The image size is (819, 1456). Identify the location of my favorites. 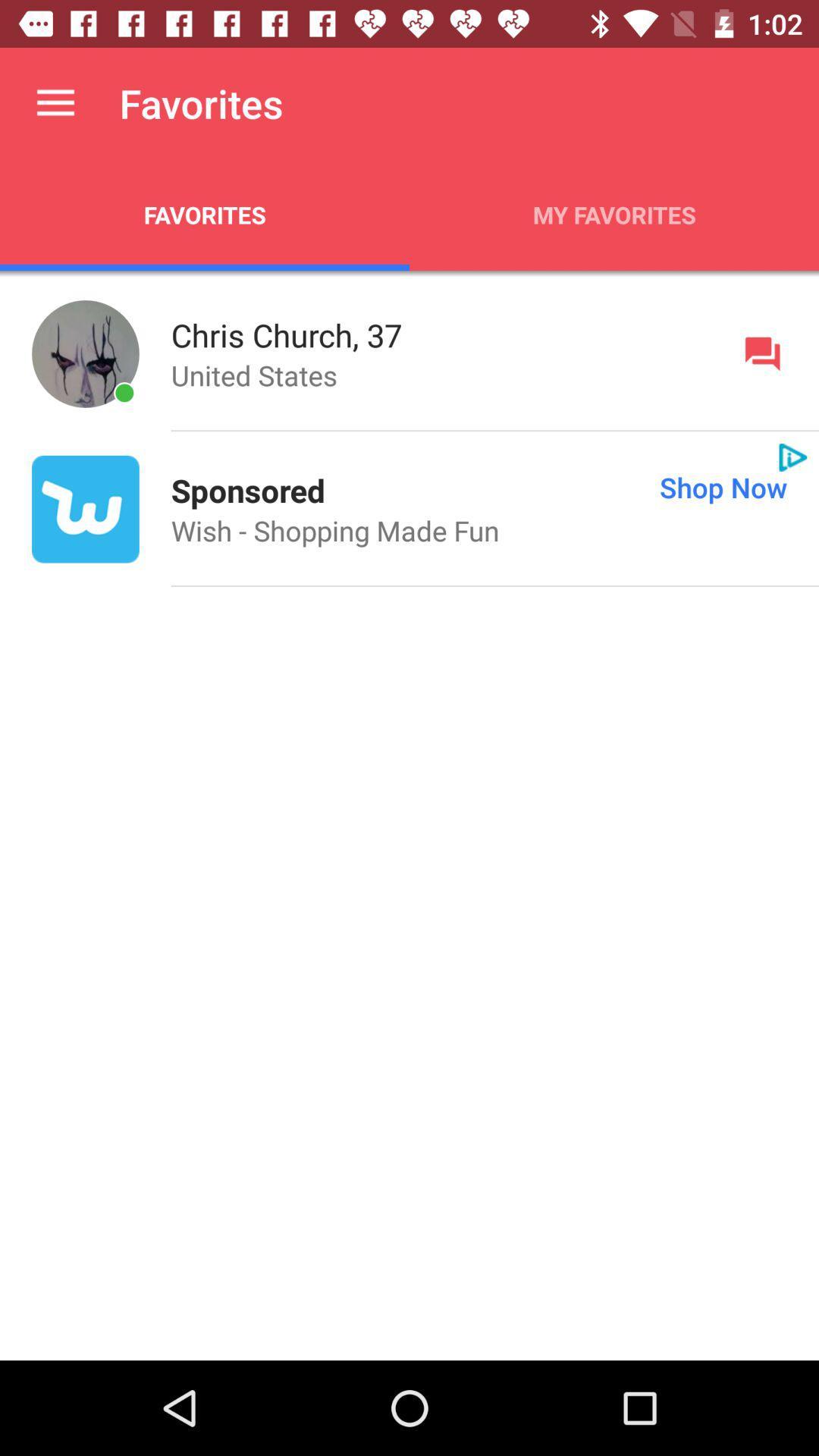
(614, 214).